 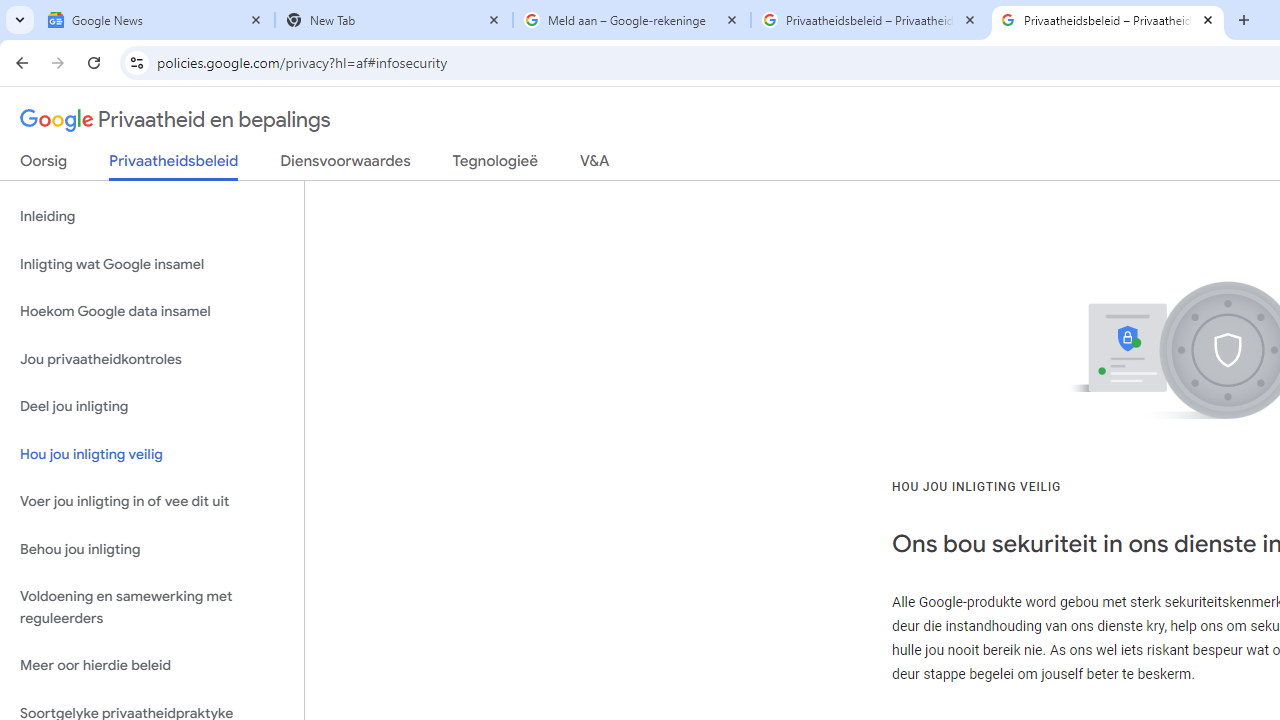 What do you see at coordinates (151, 358) in the screenshot?
I see `'Jou privaatheidkontroles'` at bounding box center [151, 358].